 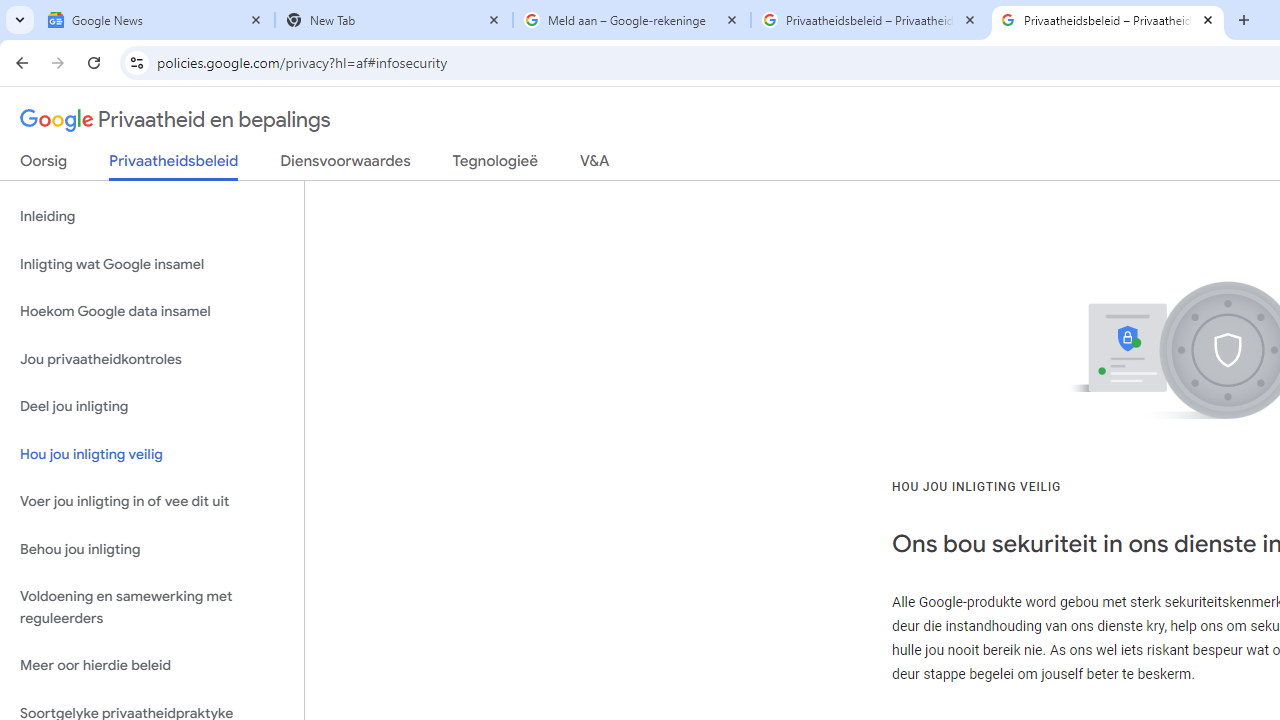 What do you see at coordinates (151, 358) in the screenshot?
I see `'Jou privaatheidkontroles'` at bounding box center [151, 358].